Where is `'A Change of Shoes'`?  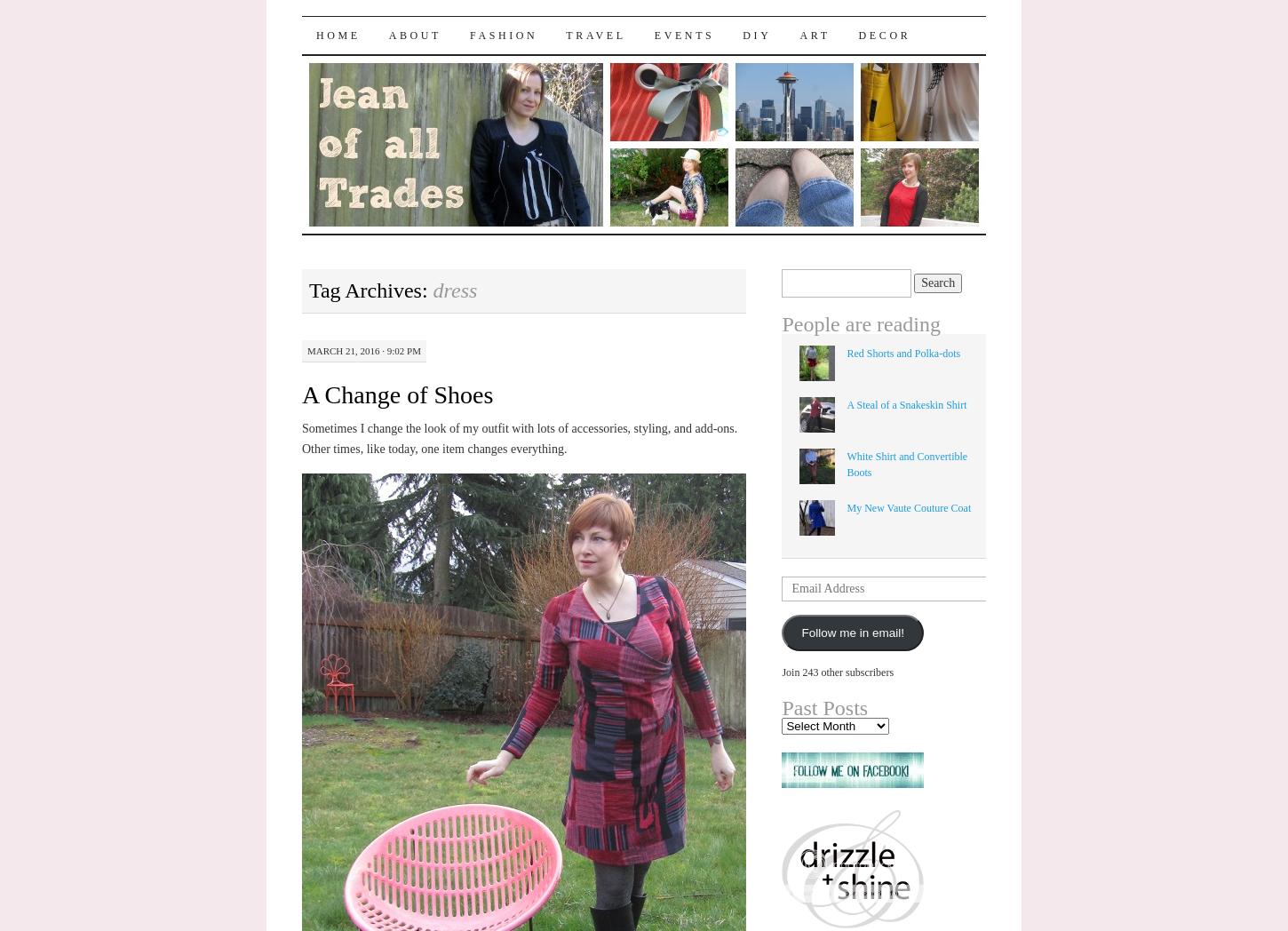 'A Change of Shoes' is located at coordinates (396, 393).